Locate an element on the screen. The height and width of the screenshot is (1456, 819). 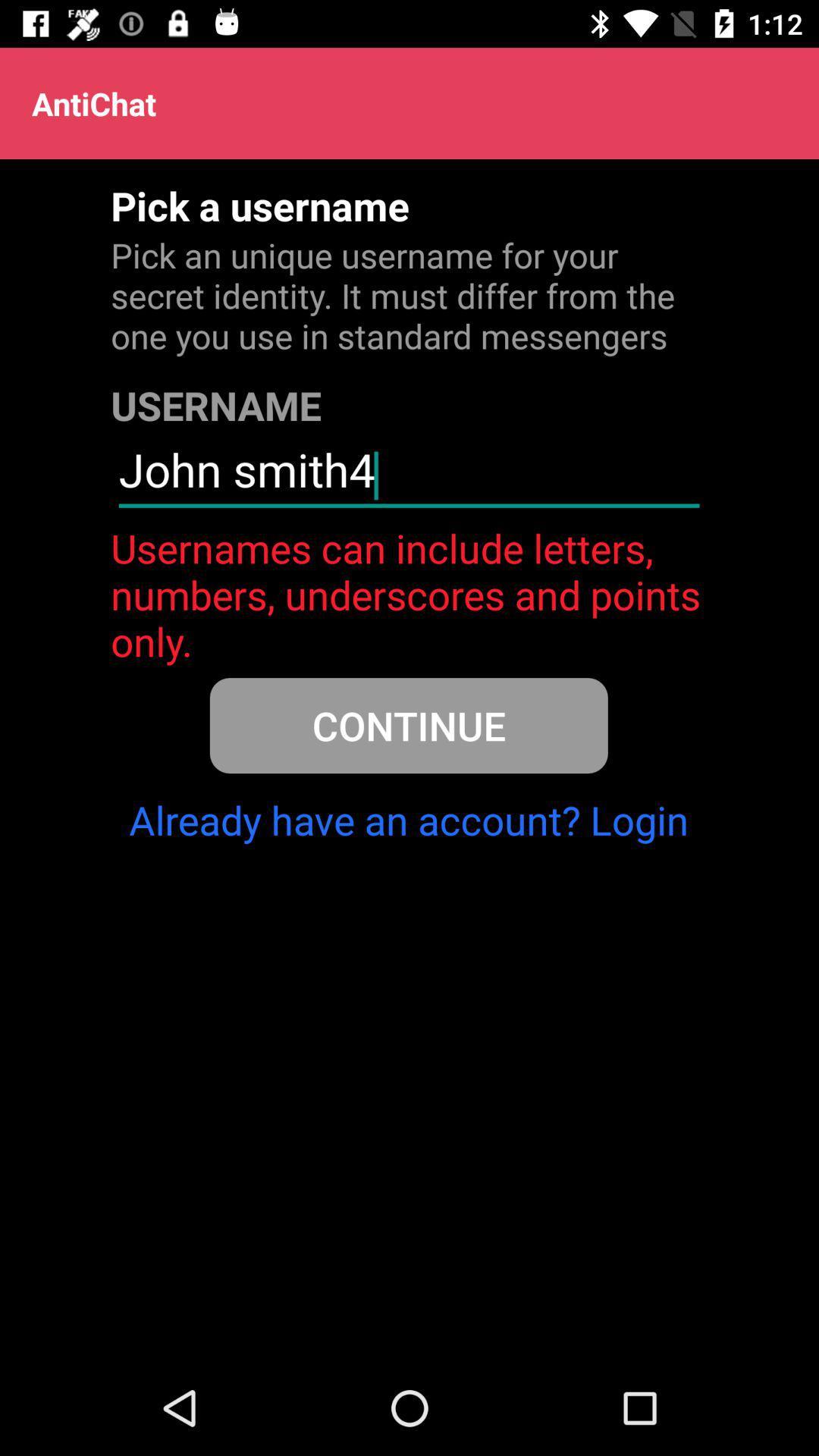
the icon above the usernames can include icon is located at coordinates (408, 475).